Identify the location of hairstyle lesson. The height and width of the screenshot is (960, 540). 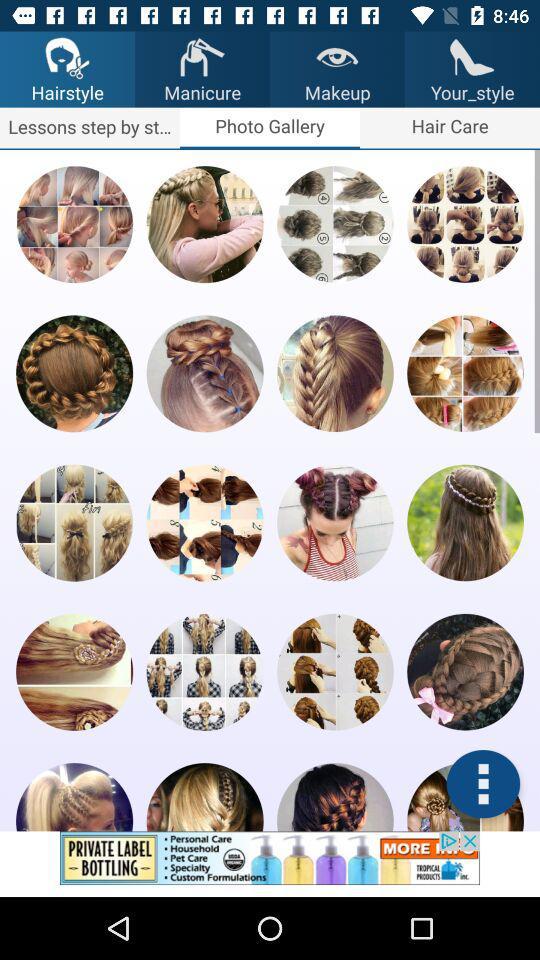
(204, 372).